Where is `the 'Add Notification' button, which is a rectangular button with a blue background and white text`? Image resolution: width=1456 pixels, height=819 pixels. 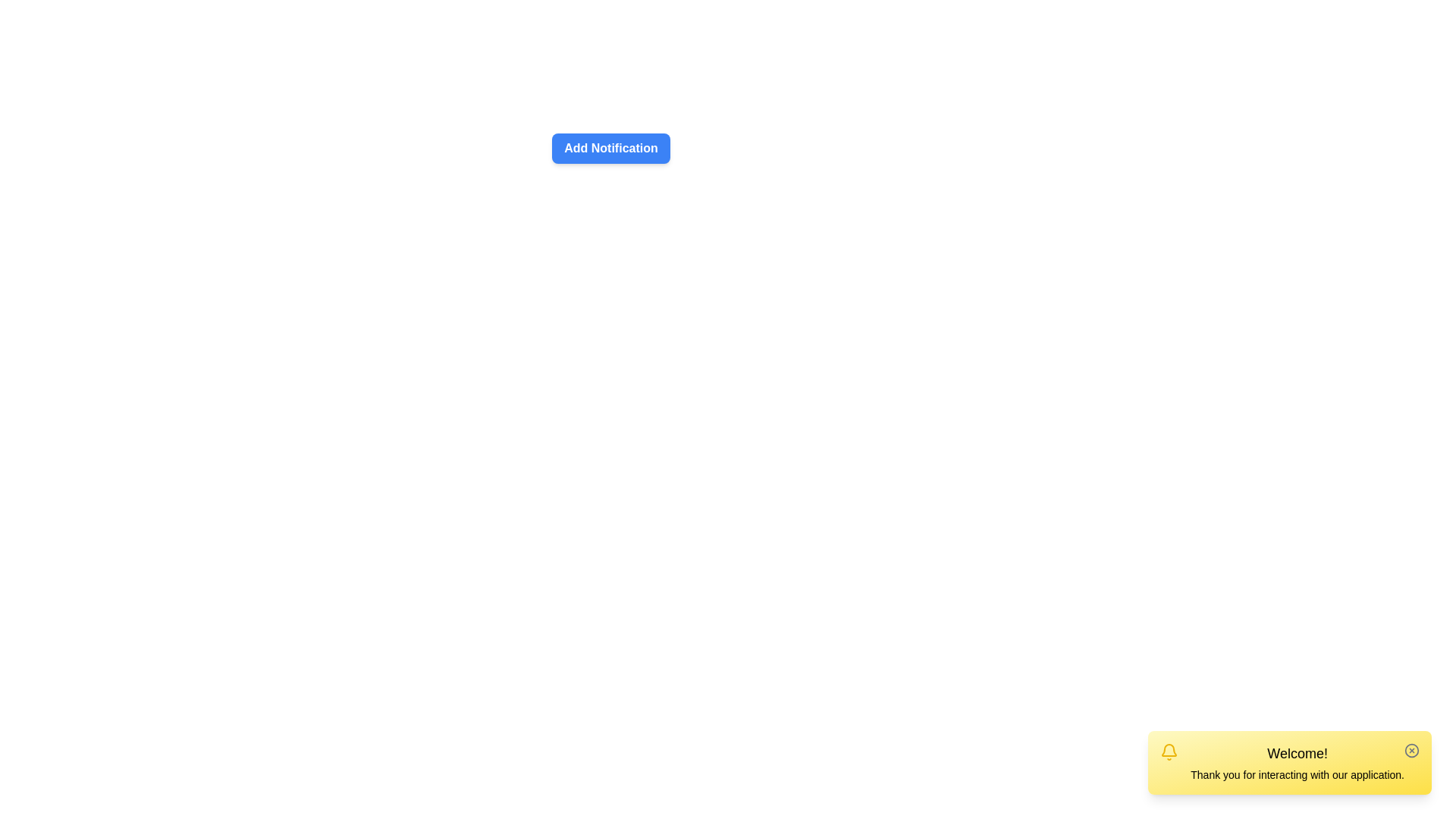 the 'Add Notification' button, which is a rectangular button with a blue background and white text is located at coordinates (611, 149).